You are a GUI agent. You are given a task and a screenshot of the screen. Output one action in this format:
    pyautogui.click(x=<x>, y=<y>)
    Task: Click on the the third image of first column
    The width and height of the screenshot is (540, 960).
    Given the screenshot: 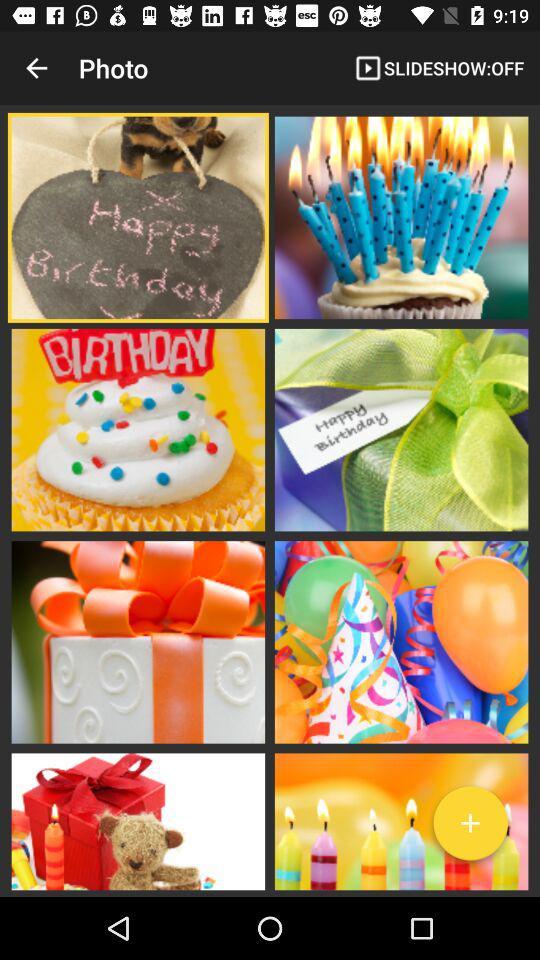 What is the action you would take?
    pyautogui.click(x=137, y=640)
    